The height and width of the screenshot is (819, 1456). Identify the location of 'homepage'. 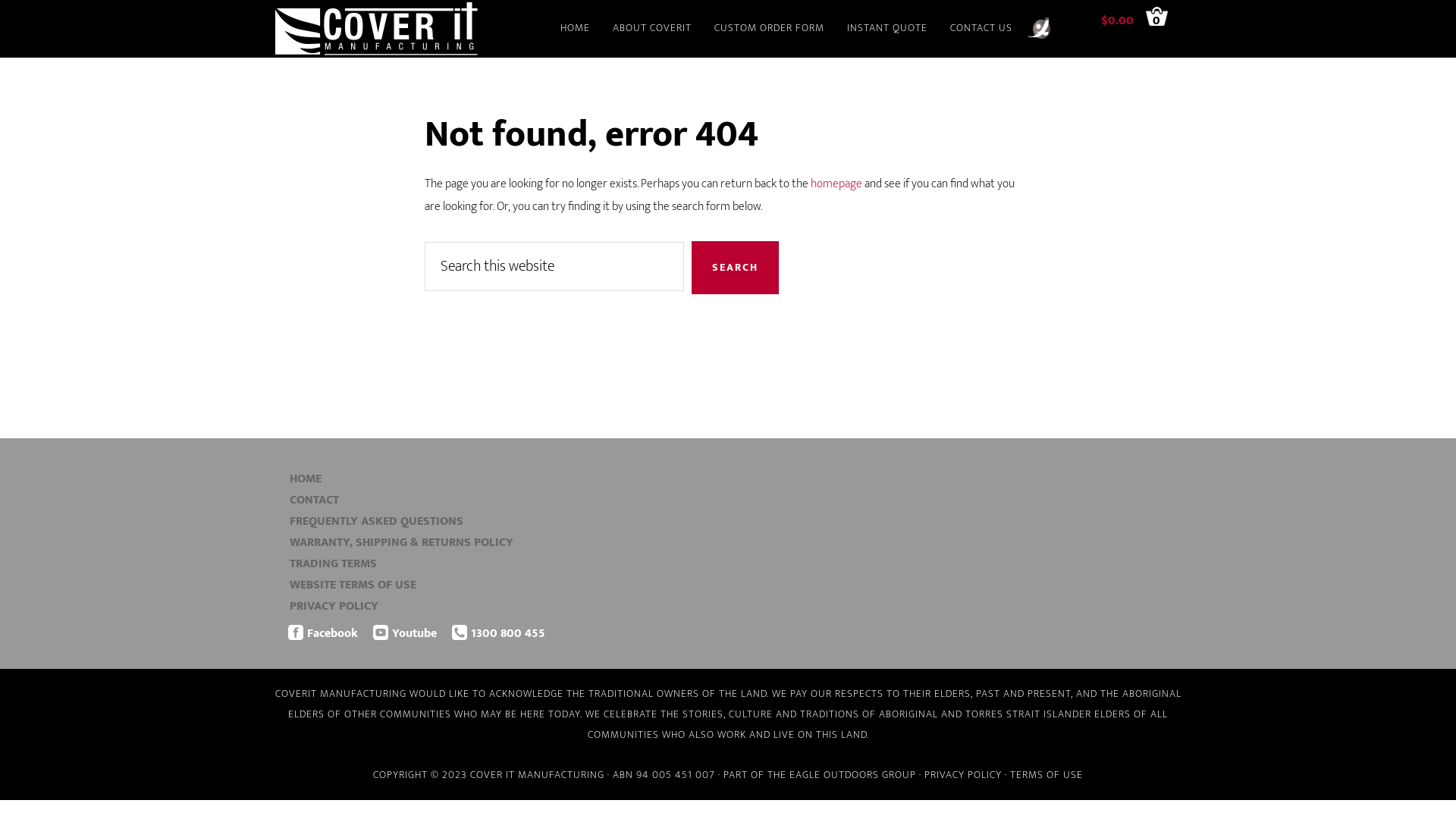
(836, 183).